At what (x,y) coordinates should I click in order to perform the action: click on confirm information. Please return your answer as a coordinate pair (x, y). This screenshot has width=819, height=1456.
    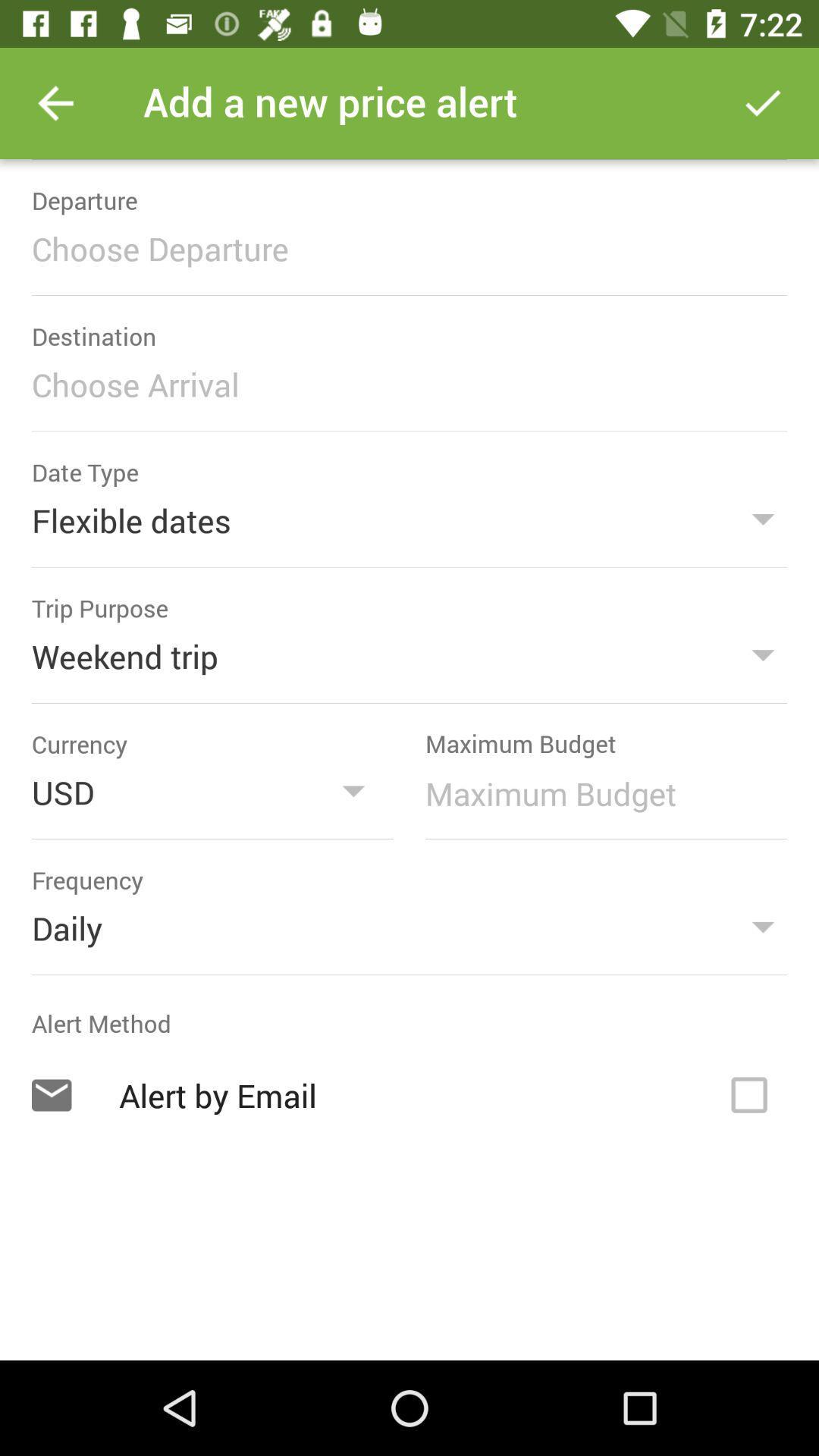
    Looking at the image, I should click on (763, 102).